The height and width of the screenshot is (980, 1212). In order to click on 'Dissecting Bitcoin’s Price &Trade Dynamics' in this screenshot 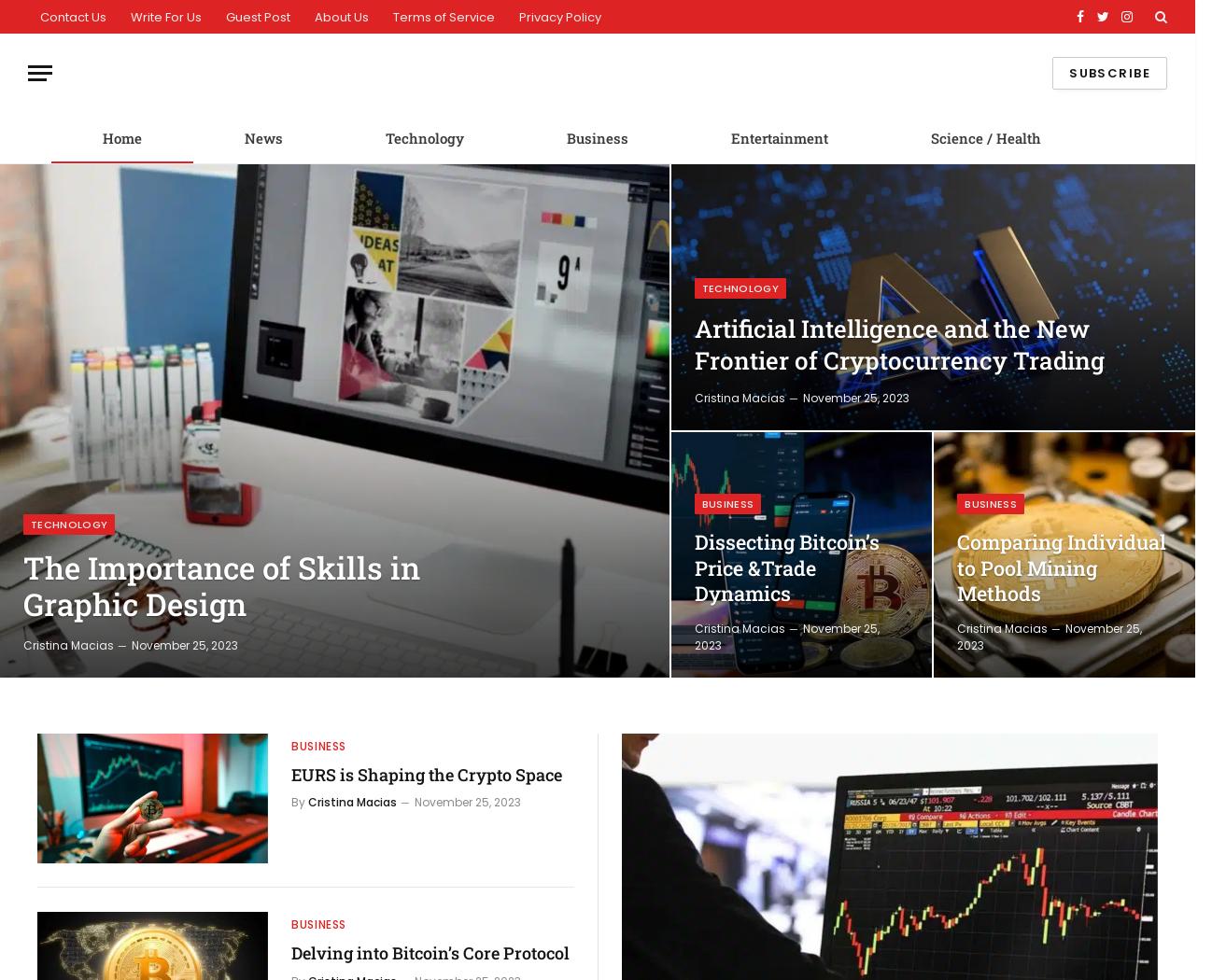, I will do `click(693, 567)`.